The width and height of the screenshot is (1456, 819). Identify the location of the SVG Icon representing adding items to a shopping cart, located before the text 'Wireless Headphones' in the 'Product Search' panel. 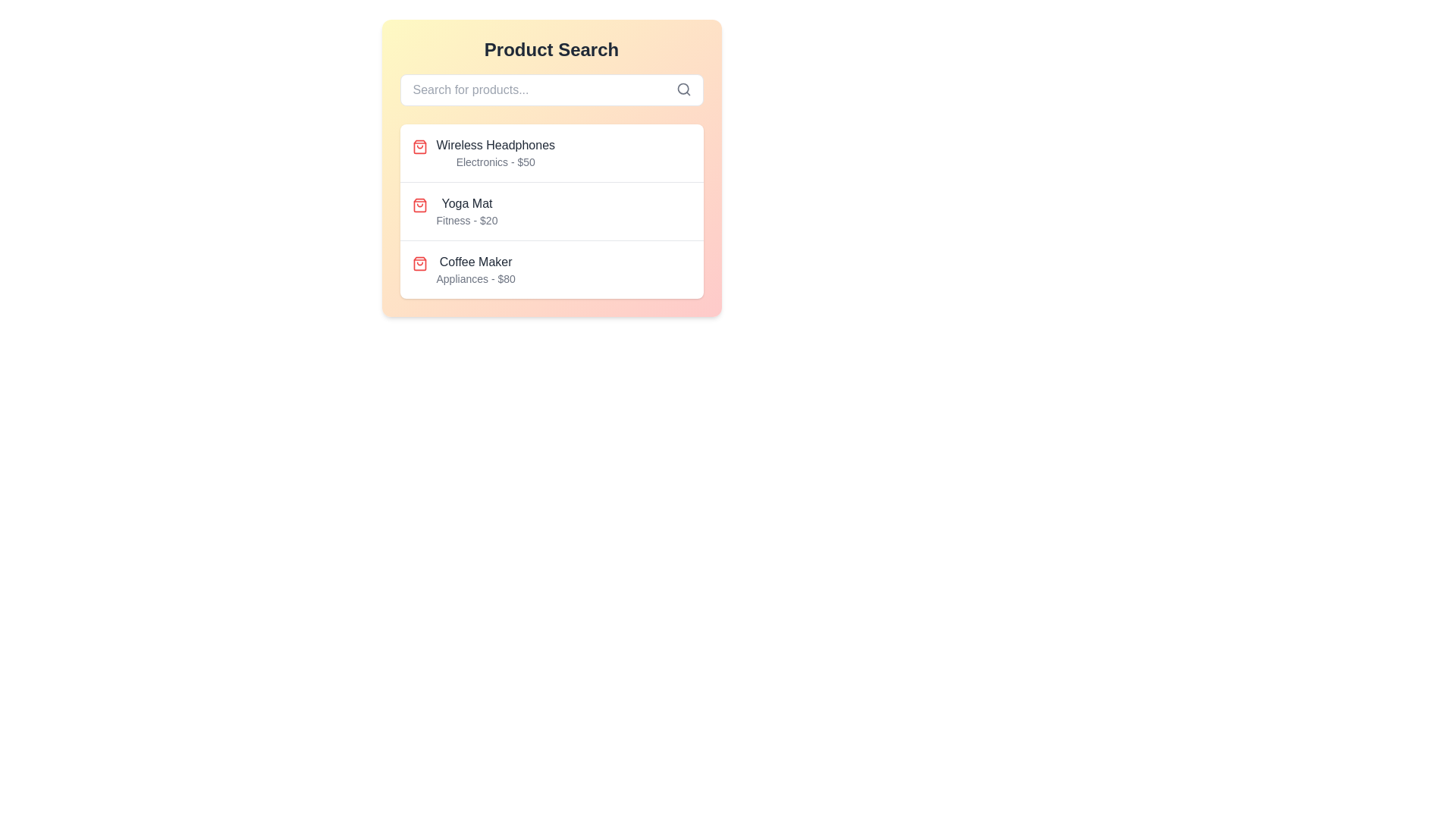
(419, 146).